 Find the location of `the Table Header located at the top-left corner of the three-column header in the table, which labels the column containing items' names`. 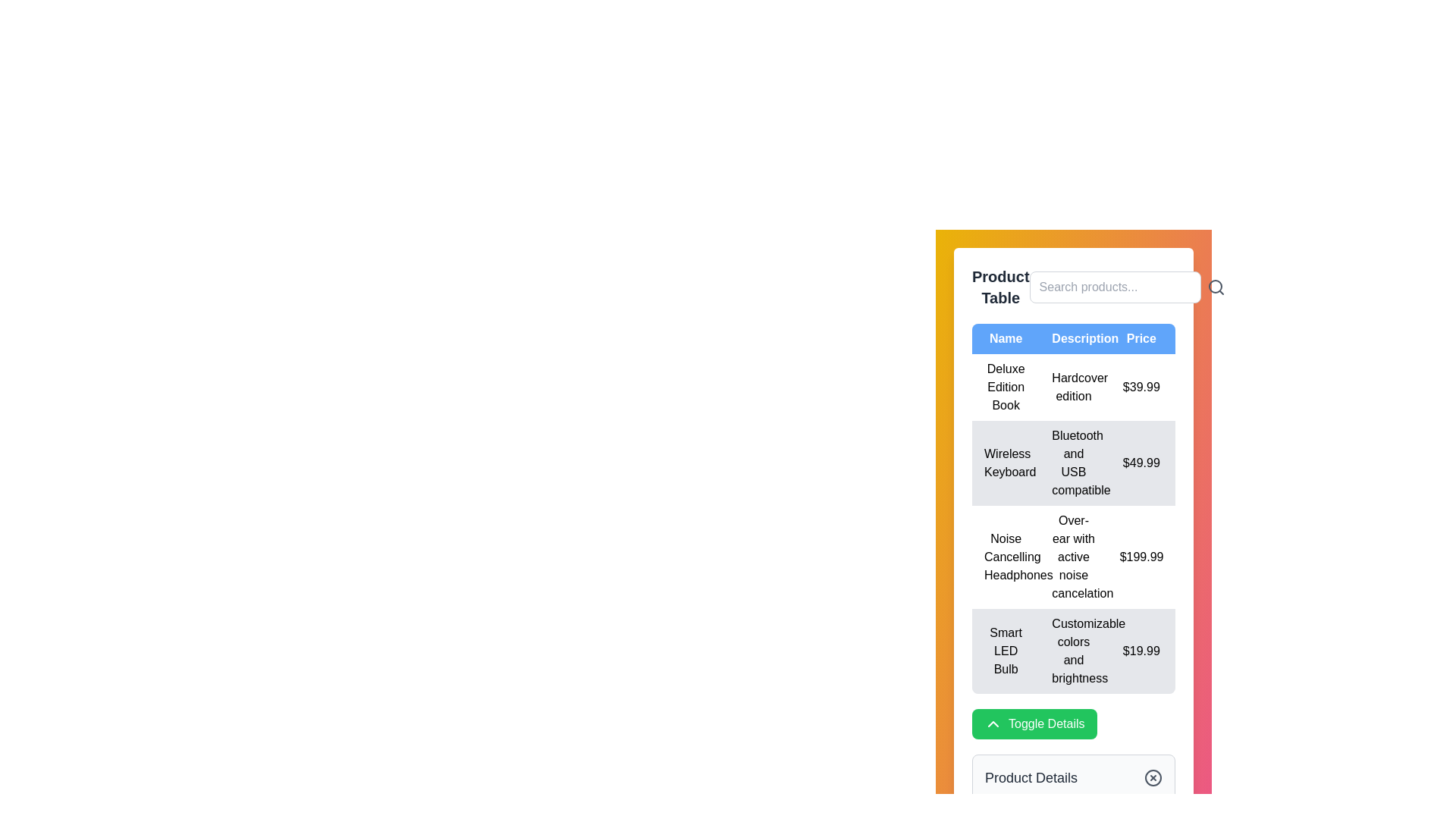

the Table Header located at the top-left corner of the three-column header in the table, which labels the column containing items' names is located at coordinates (1006, 338).